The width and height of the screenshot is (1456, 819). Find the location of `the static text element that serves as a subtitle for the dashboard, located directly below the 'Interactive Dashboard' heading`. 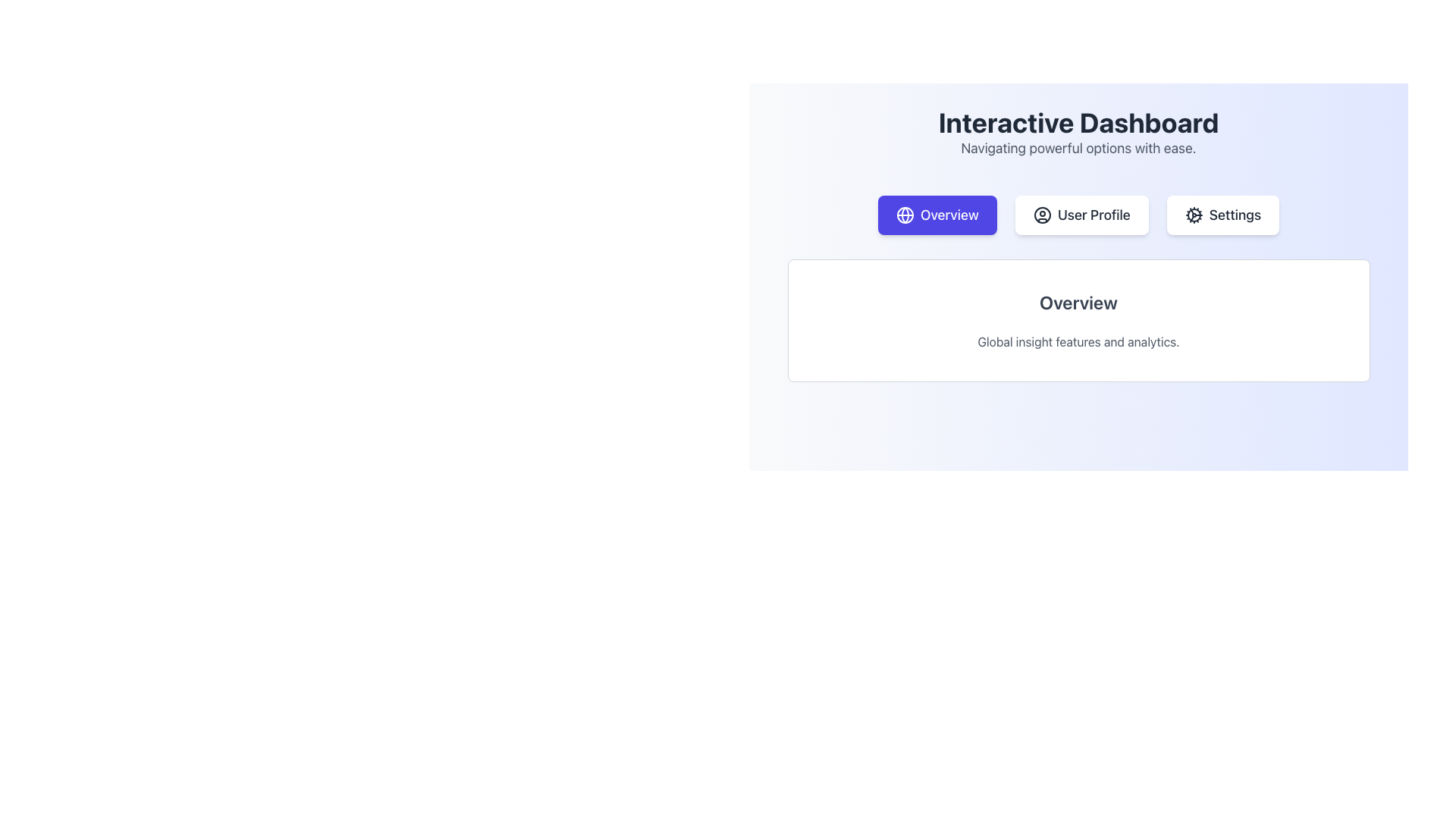

the static text element that serves as a subtitle for the dashboard, located directly below the 'Interactive Dashboard' heading is located at coordinates (1078, 149).